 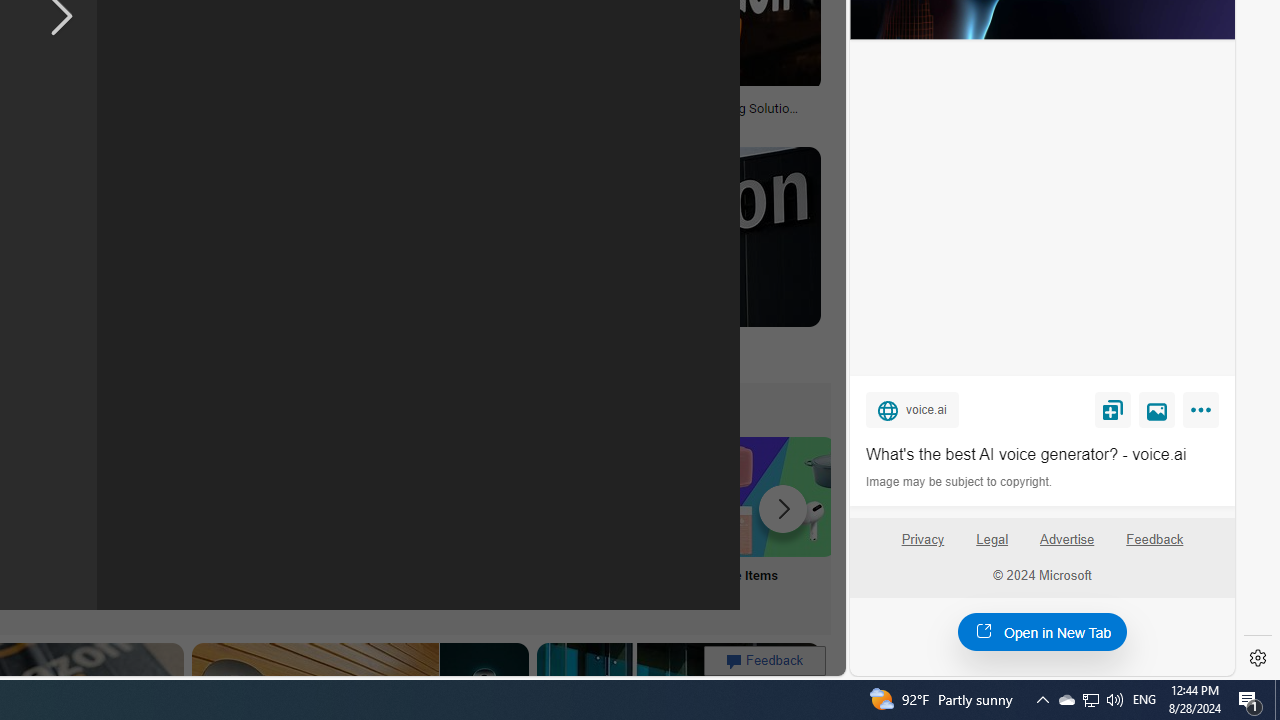 I want to click on 'Image may be subject to copyright.', so click(x=960, y=482).